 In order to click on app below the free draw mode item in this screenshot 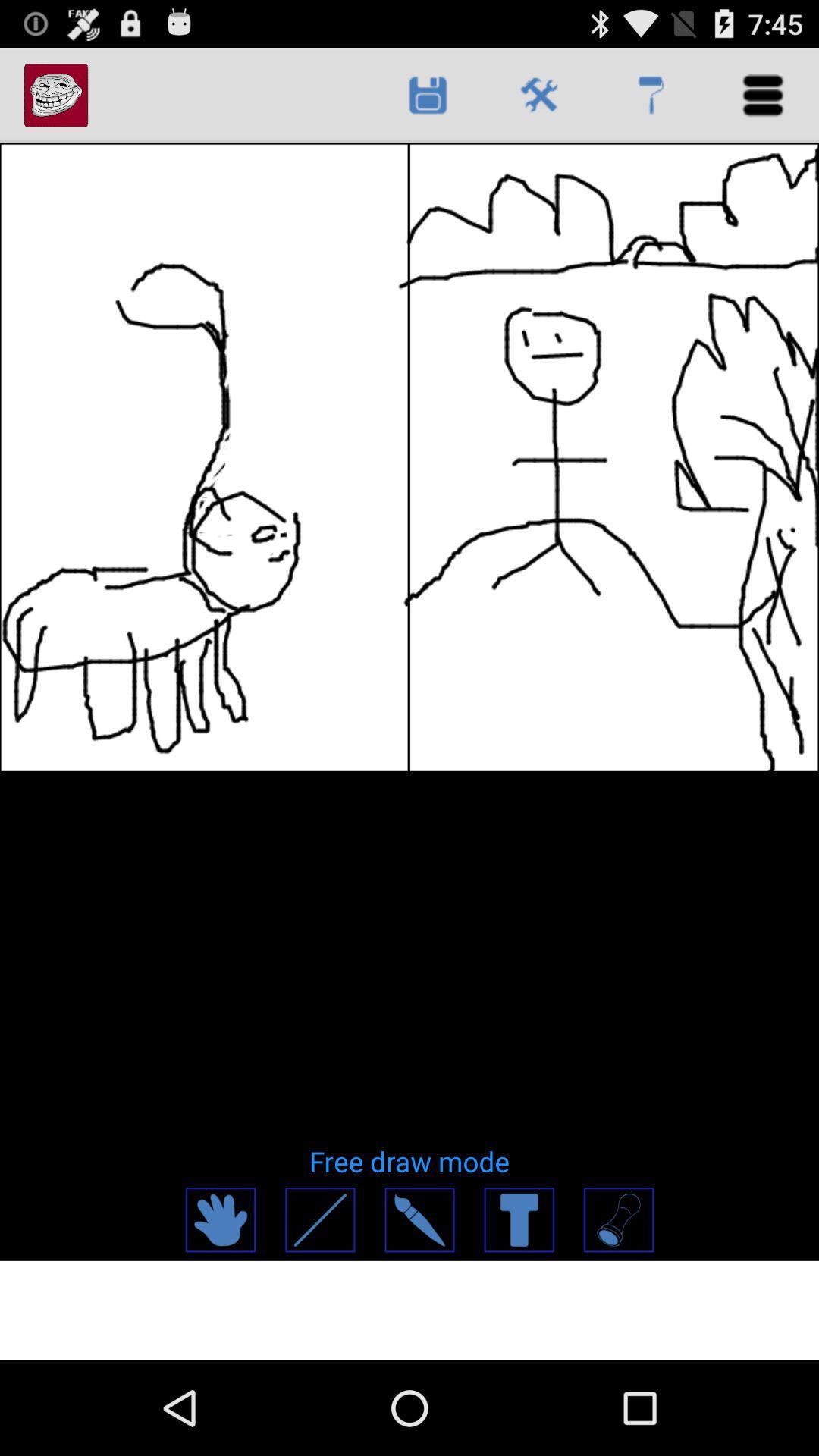, I will do `click(517, 1219)`.